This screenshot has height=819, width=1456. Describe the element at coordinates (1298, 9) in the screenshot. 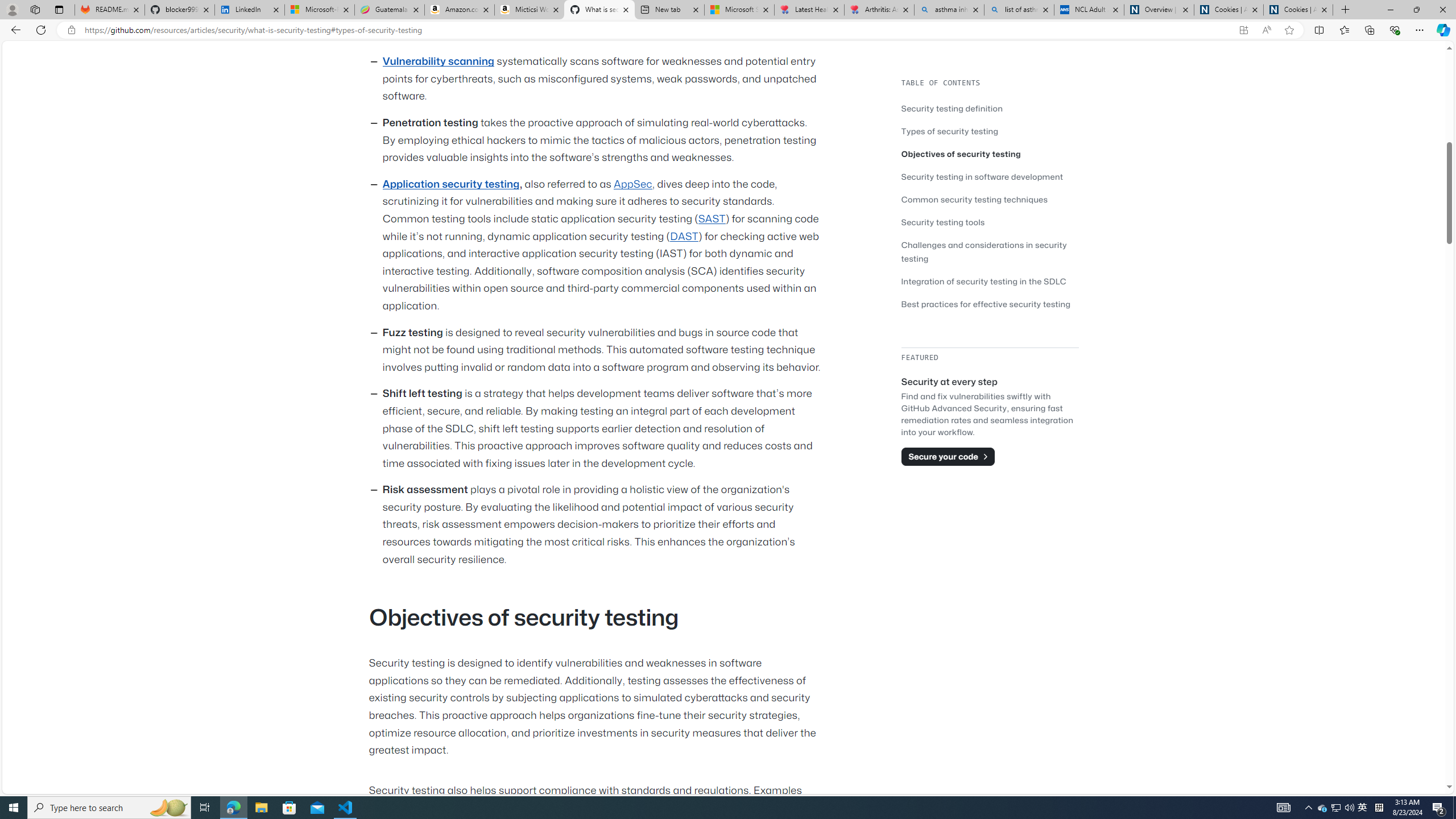

I see `'Cookies | About | NICE'` at that location.